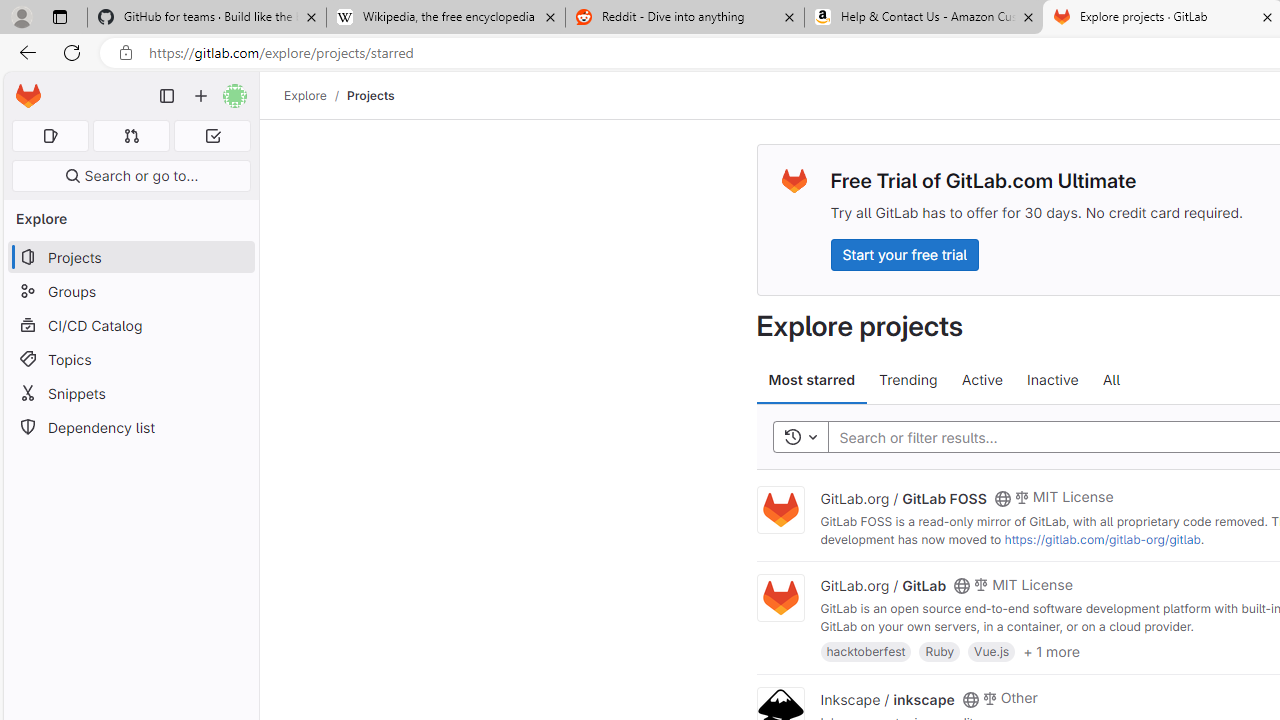  I want to click on 'hacktoberfest', so click(866, 651).